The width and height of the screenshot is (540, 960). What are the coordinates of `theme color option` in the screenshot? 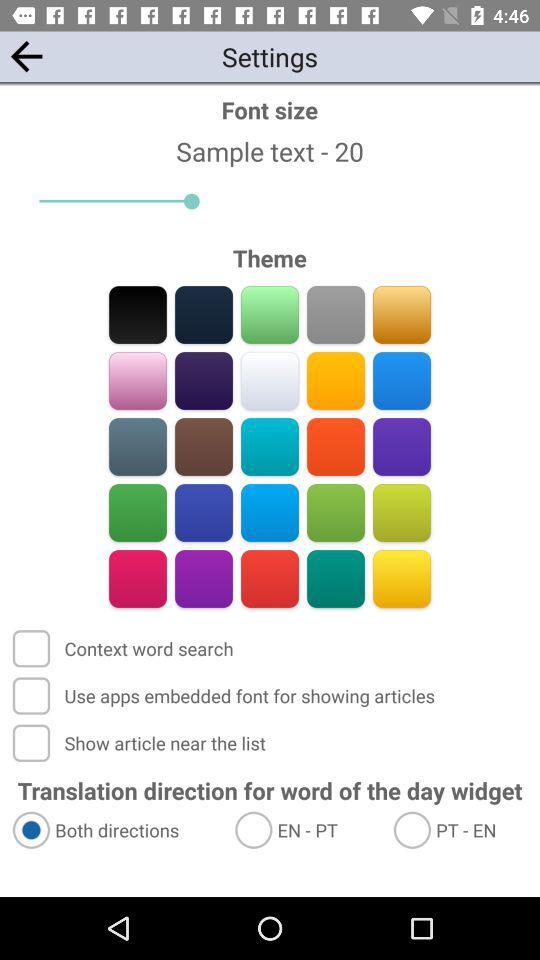 It's located at (401, 380).